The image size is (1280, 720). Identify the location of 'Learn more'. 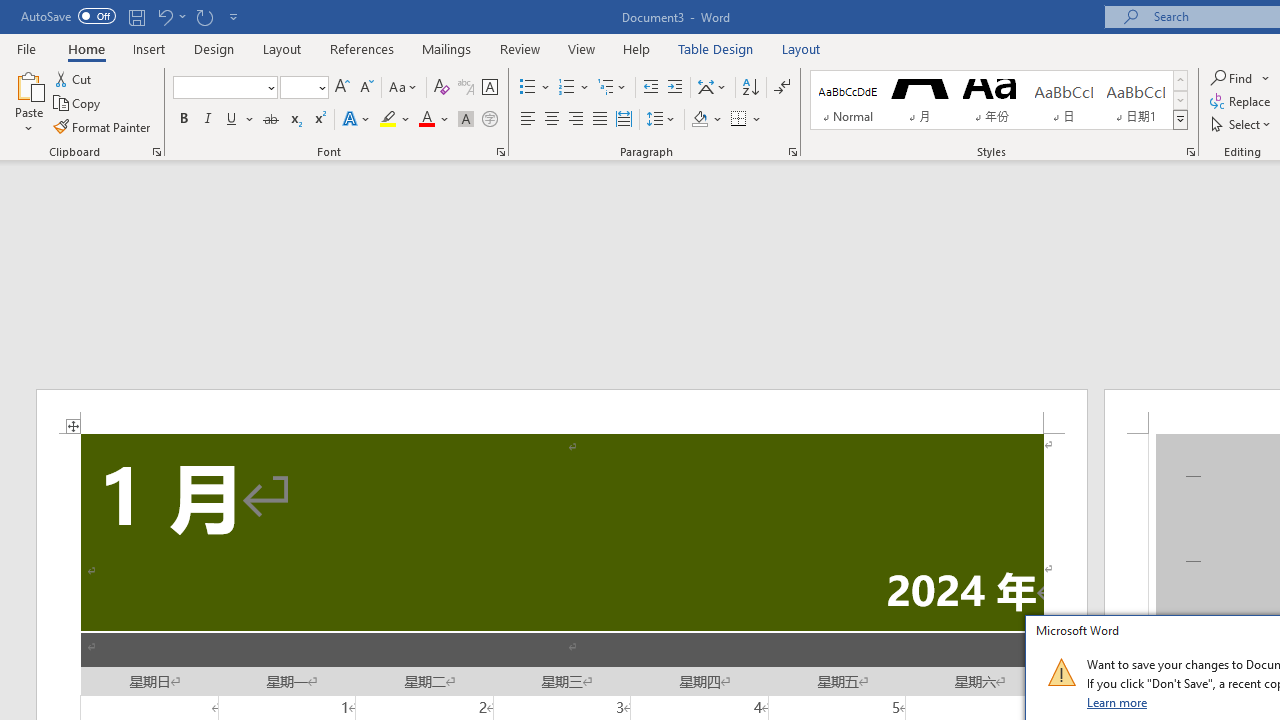
(1117, 701).